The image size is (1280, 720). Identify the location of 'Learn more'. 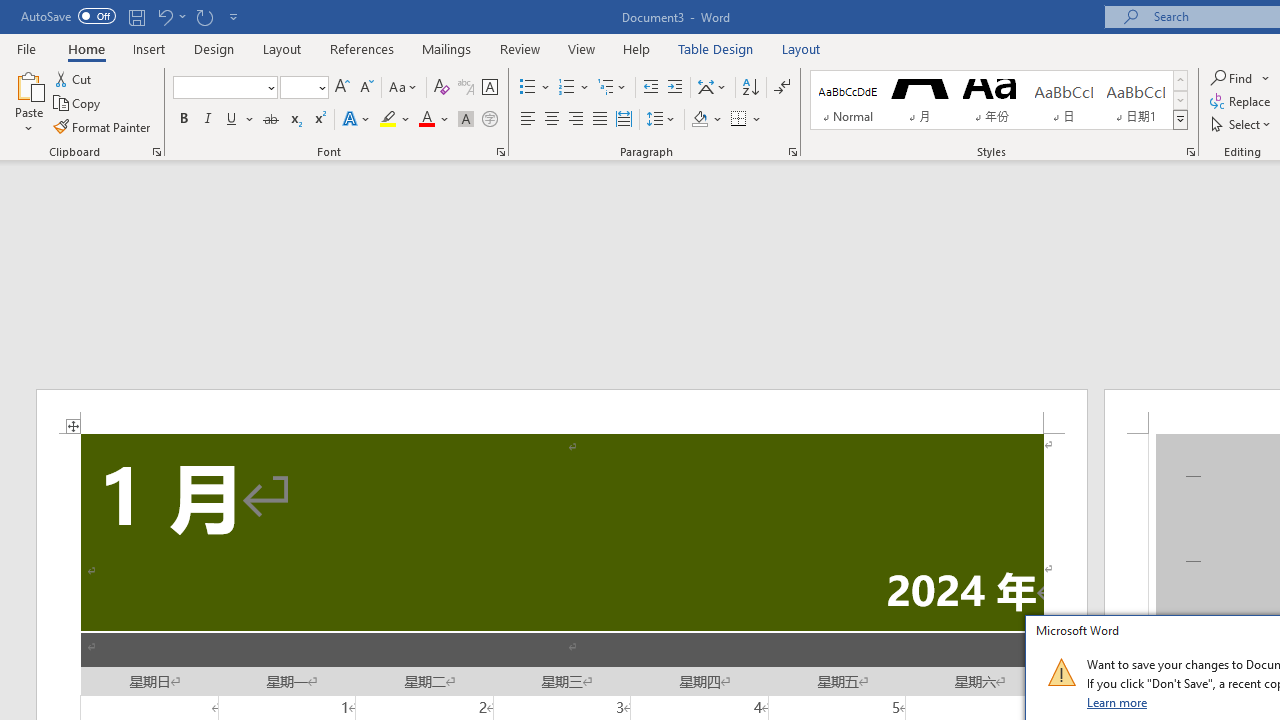
(1117, 701).